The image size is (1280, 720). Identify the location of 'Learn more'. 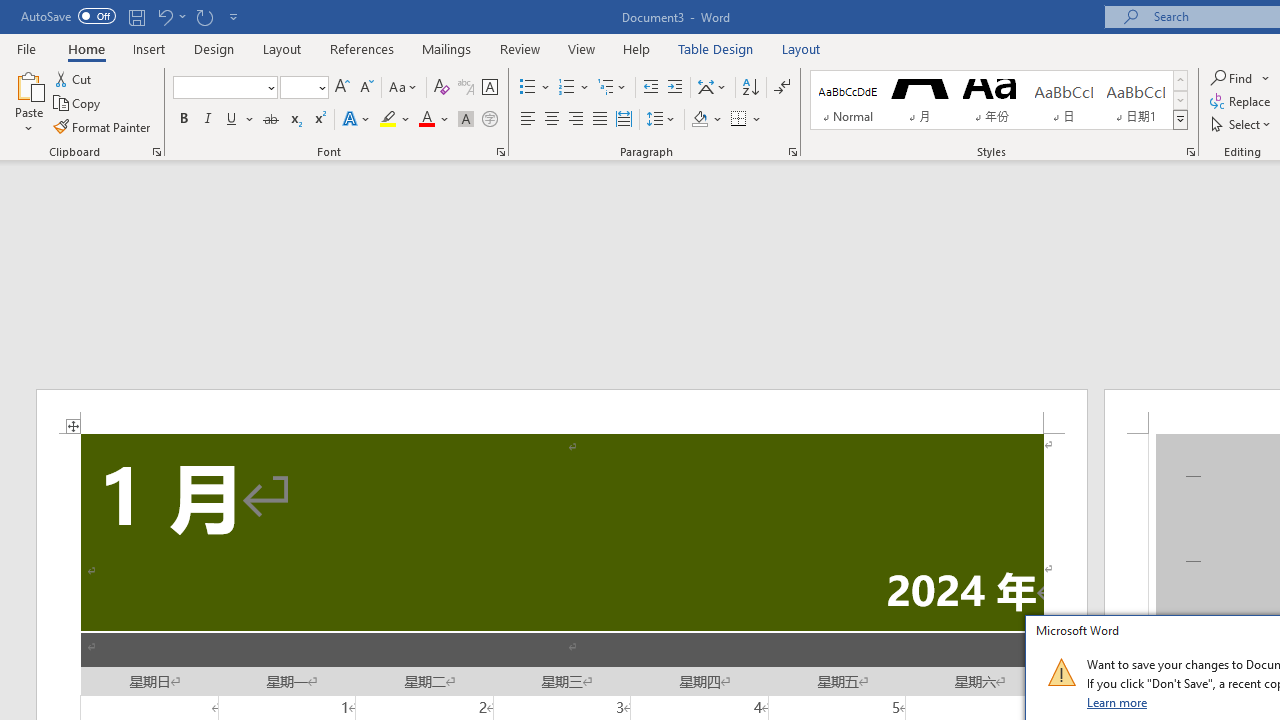
(1117, 701).